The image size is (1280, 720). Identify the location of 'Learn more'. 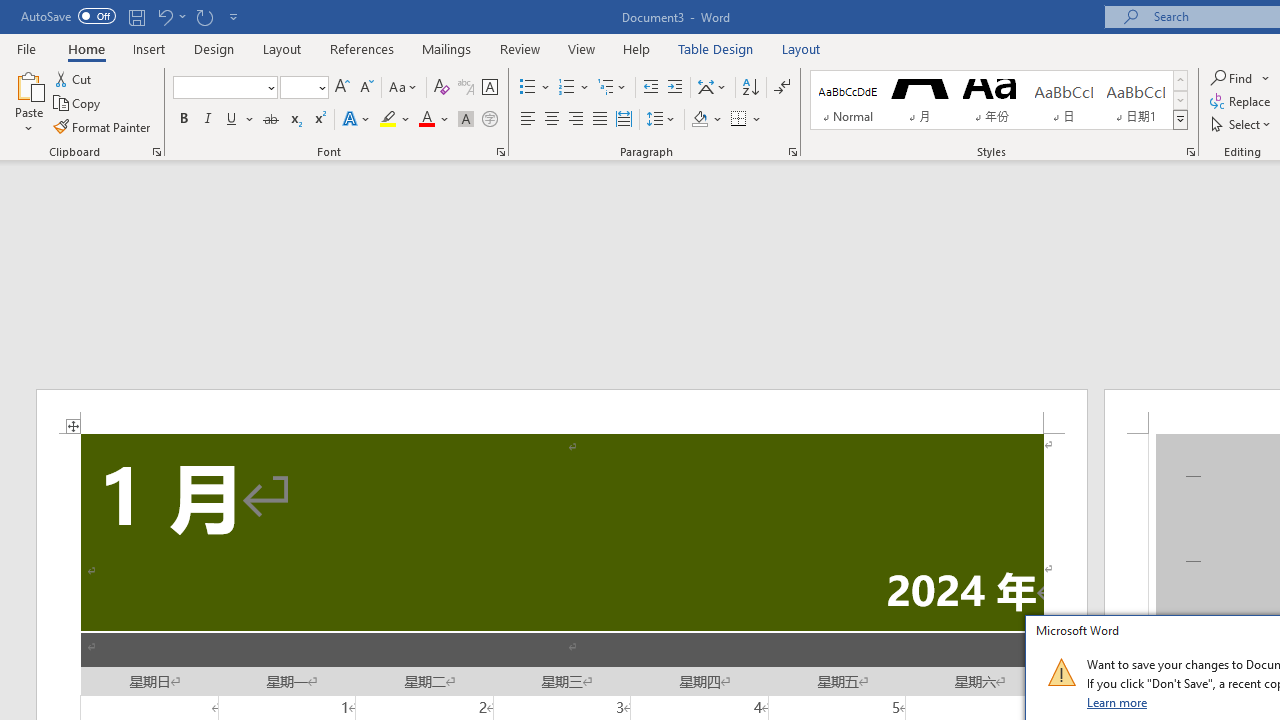
(1117, 701).